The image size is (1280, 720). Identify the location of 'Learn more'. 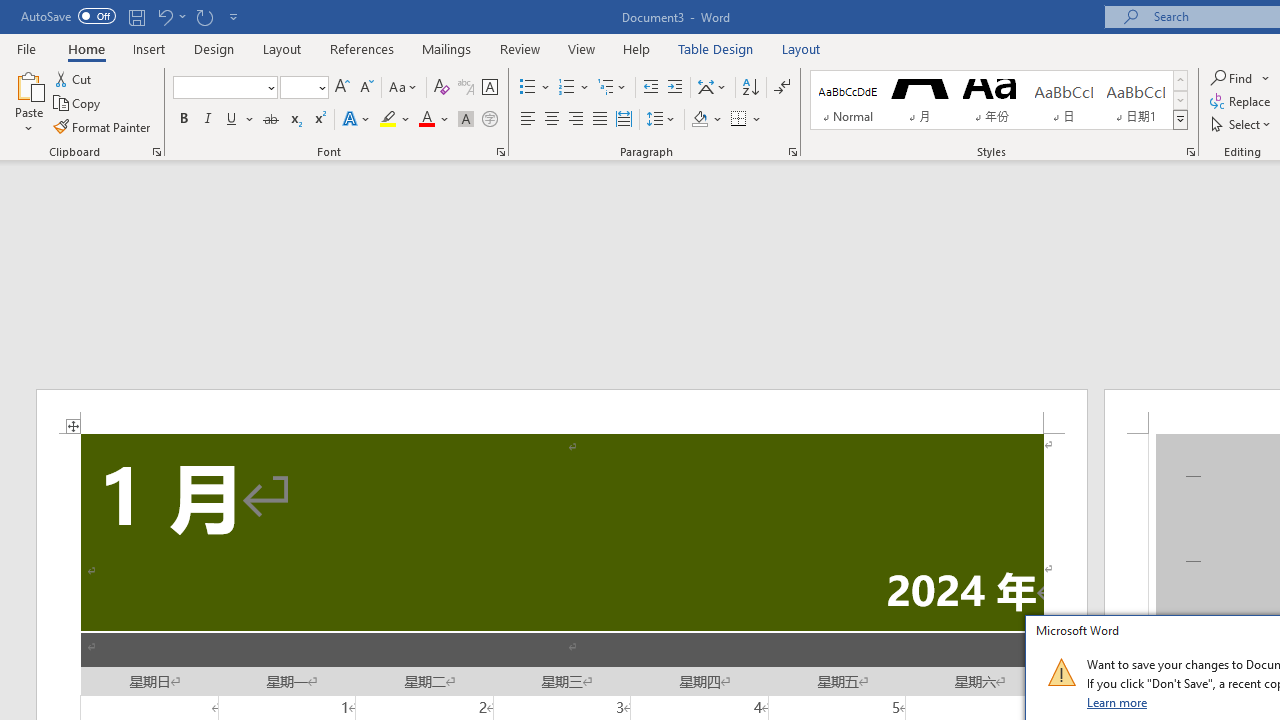
(1117, 701).